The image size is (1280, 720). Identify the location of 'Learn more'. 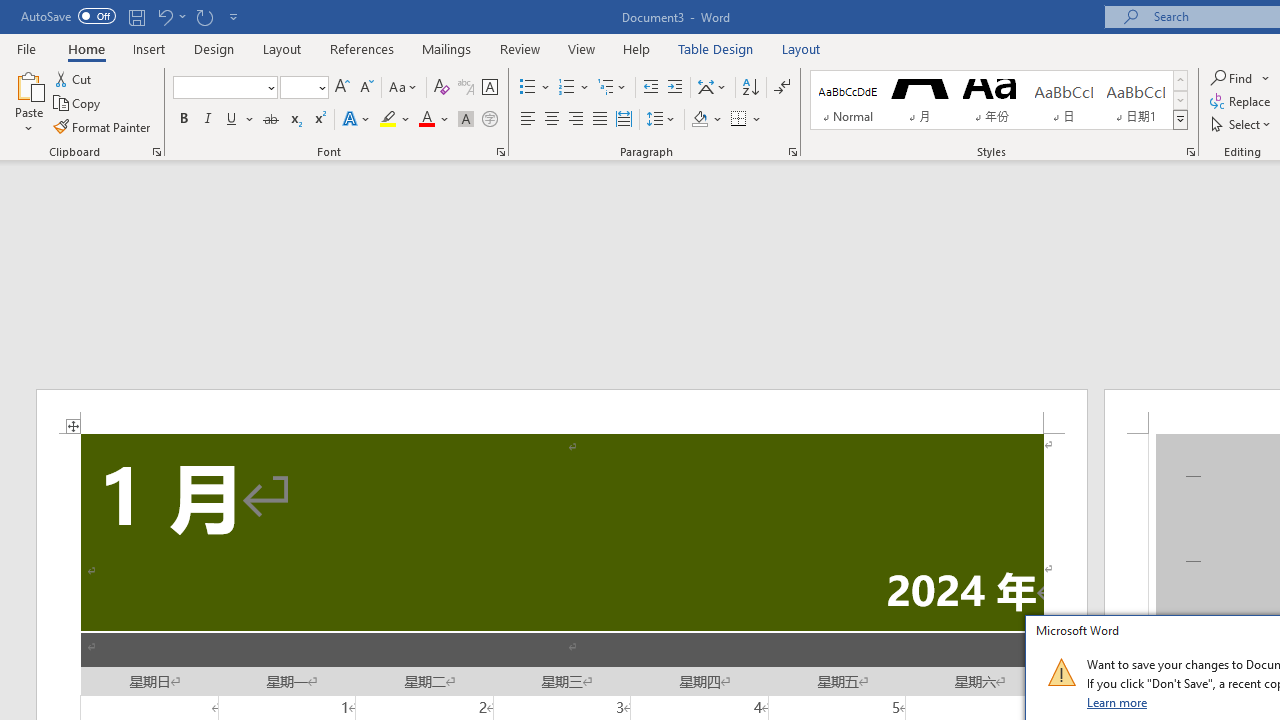
(1117, 701).